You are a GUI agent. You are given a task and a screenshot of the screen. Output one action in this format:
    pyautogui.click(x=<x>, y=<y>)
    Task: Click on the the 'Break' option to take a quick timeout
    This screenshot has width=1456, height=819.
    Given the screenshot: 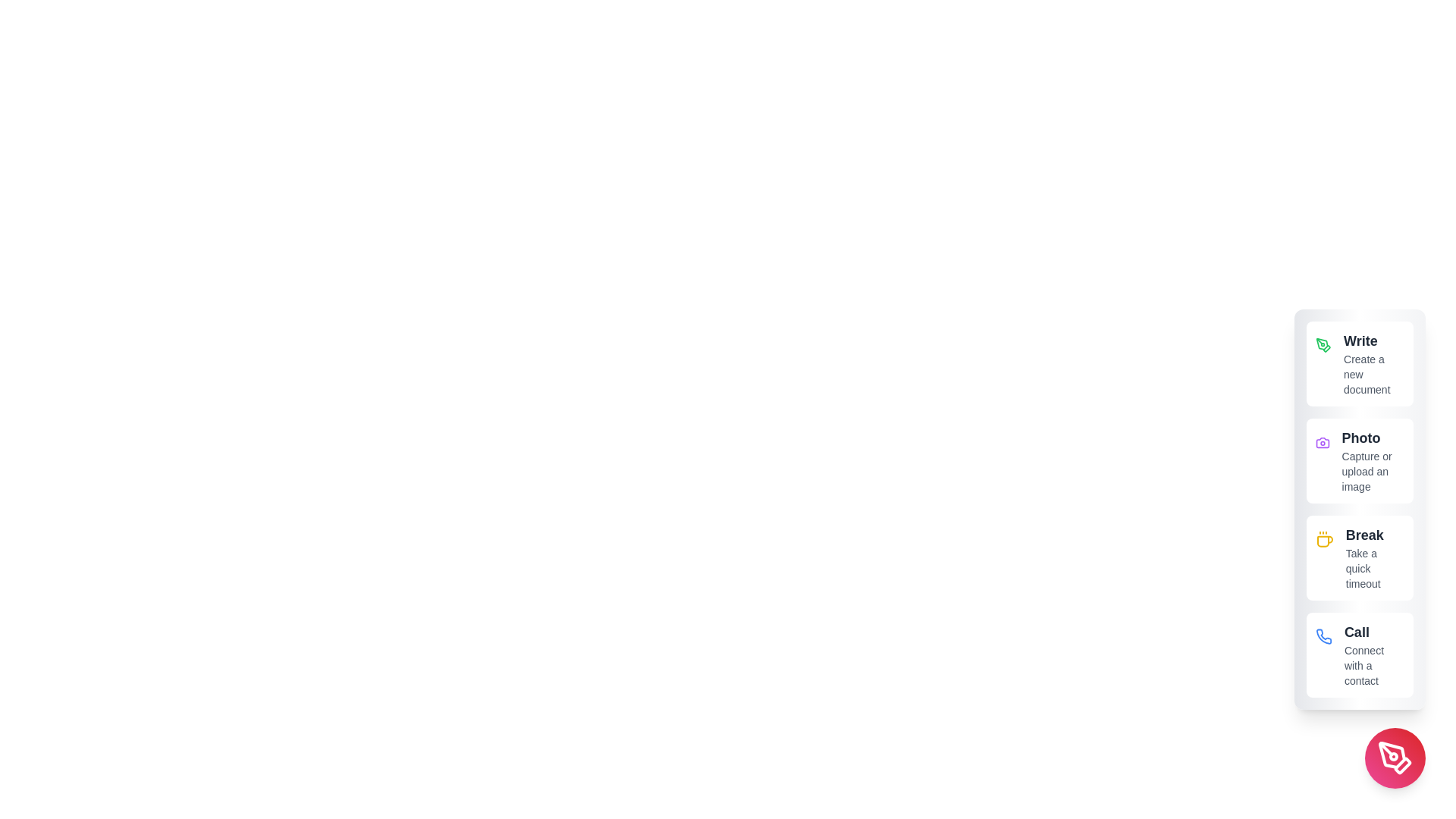 What is the action you would take?
    pyautogui.click(x=1360, y=558)
    